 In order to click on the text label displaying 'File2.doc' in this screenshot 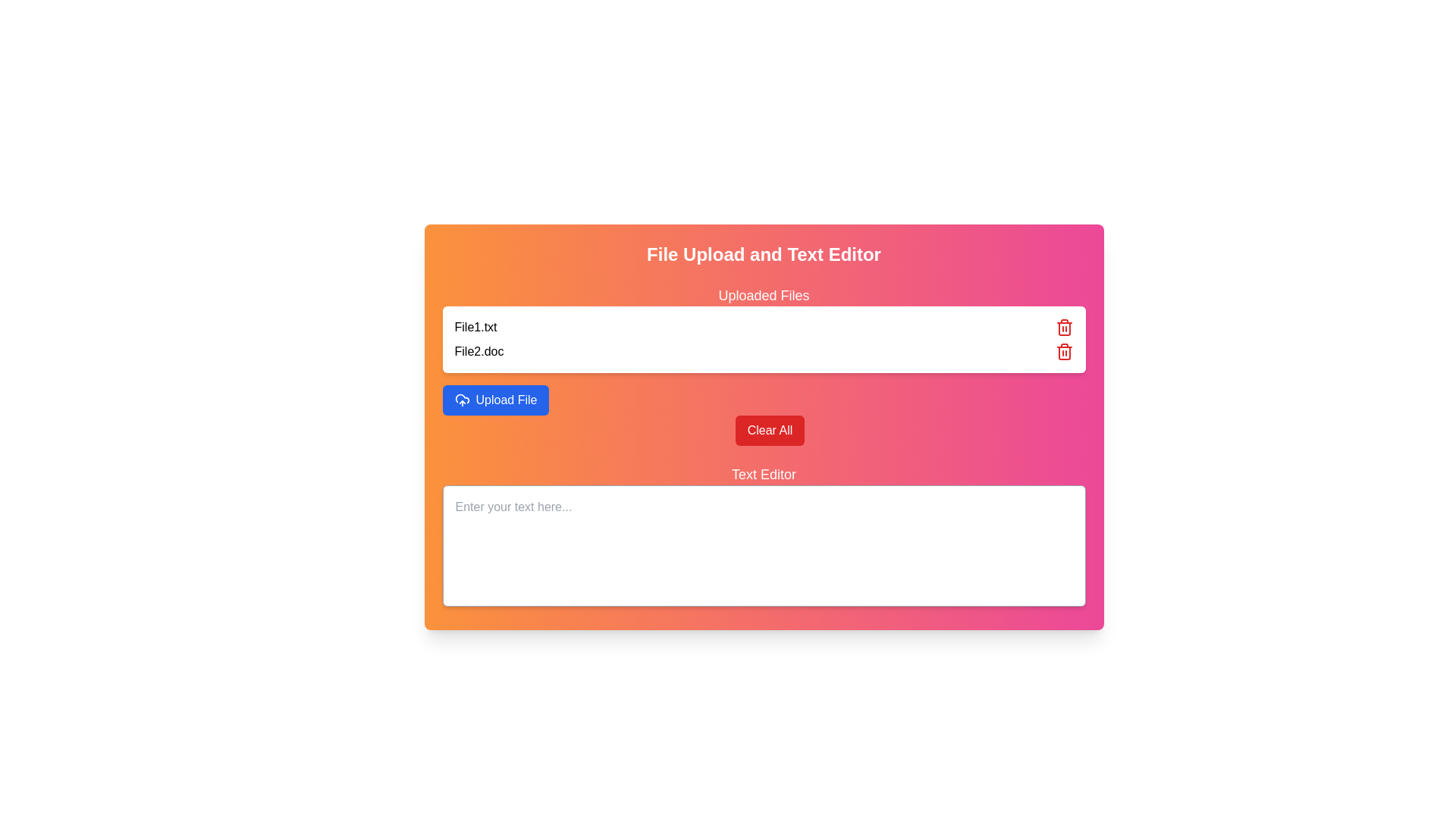, I will do `click(478, 351)`.